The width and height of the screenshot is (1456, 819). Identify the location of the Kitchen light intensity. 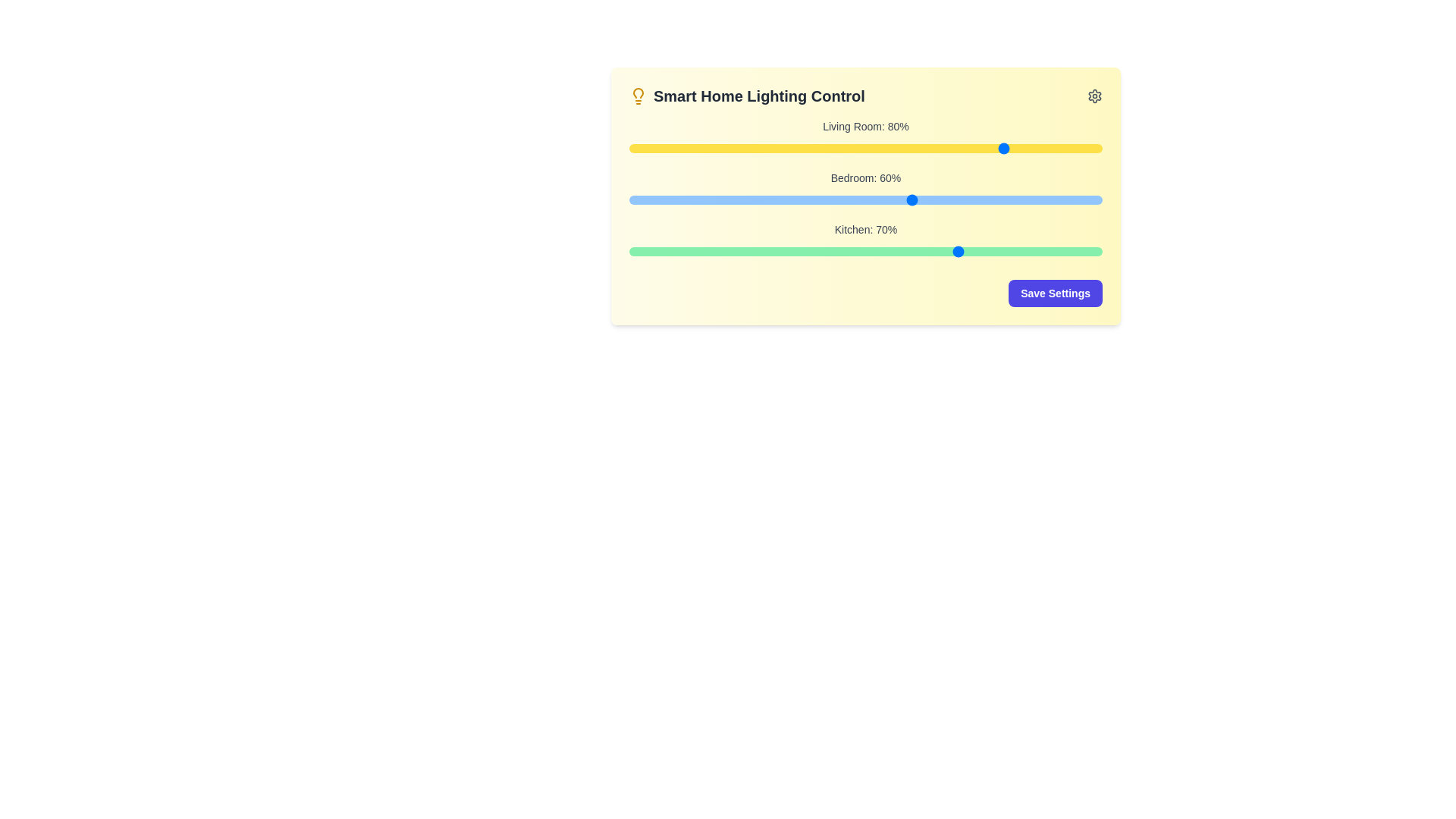
(709, 250).